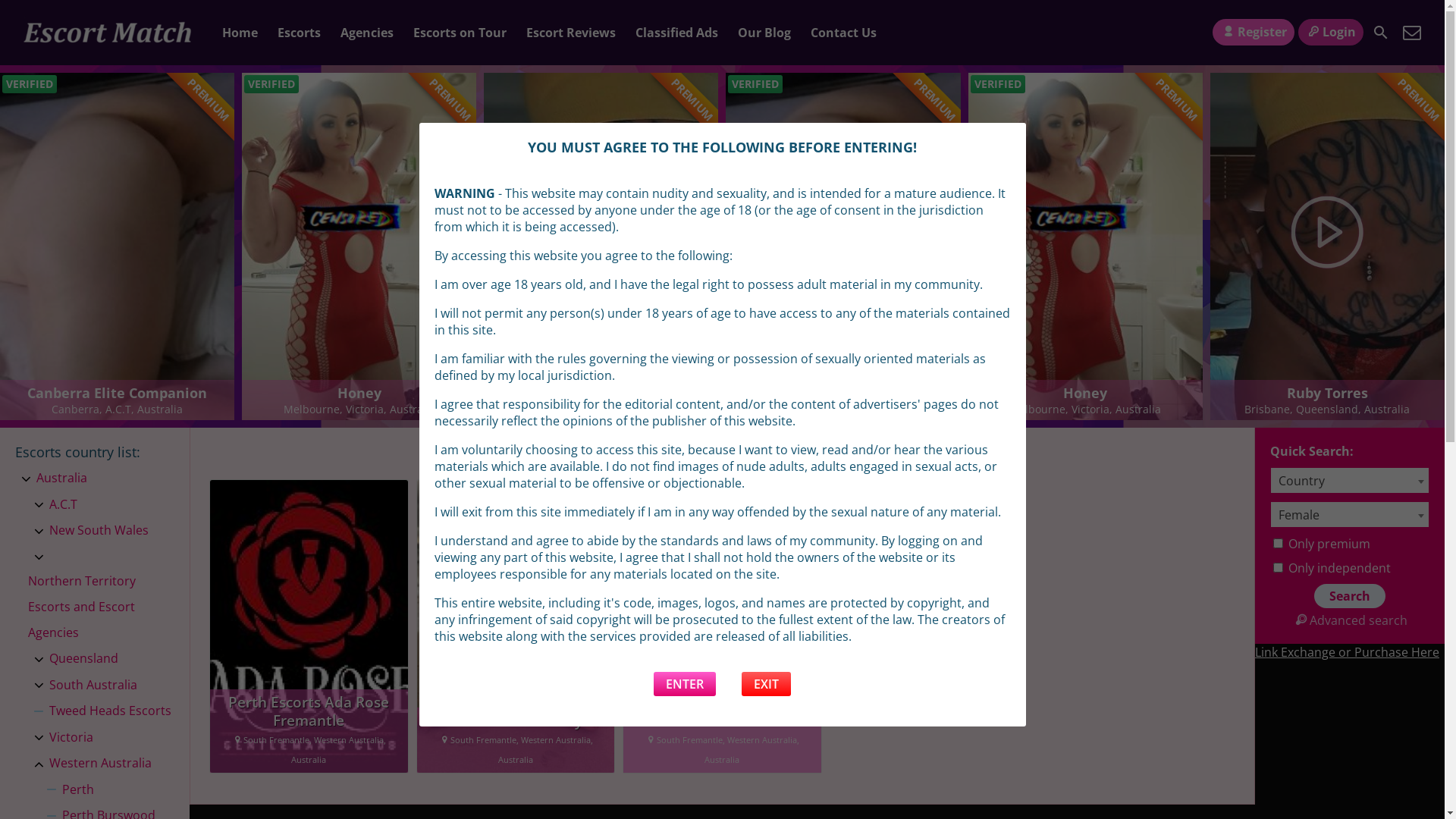  What do you see at coordinates (1253, 32) in the screenshot?
I see `'Register'` at bounding box center [1253, 32].